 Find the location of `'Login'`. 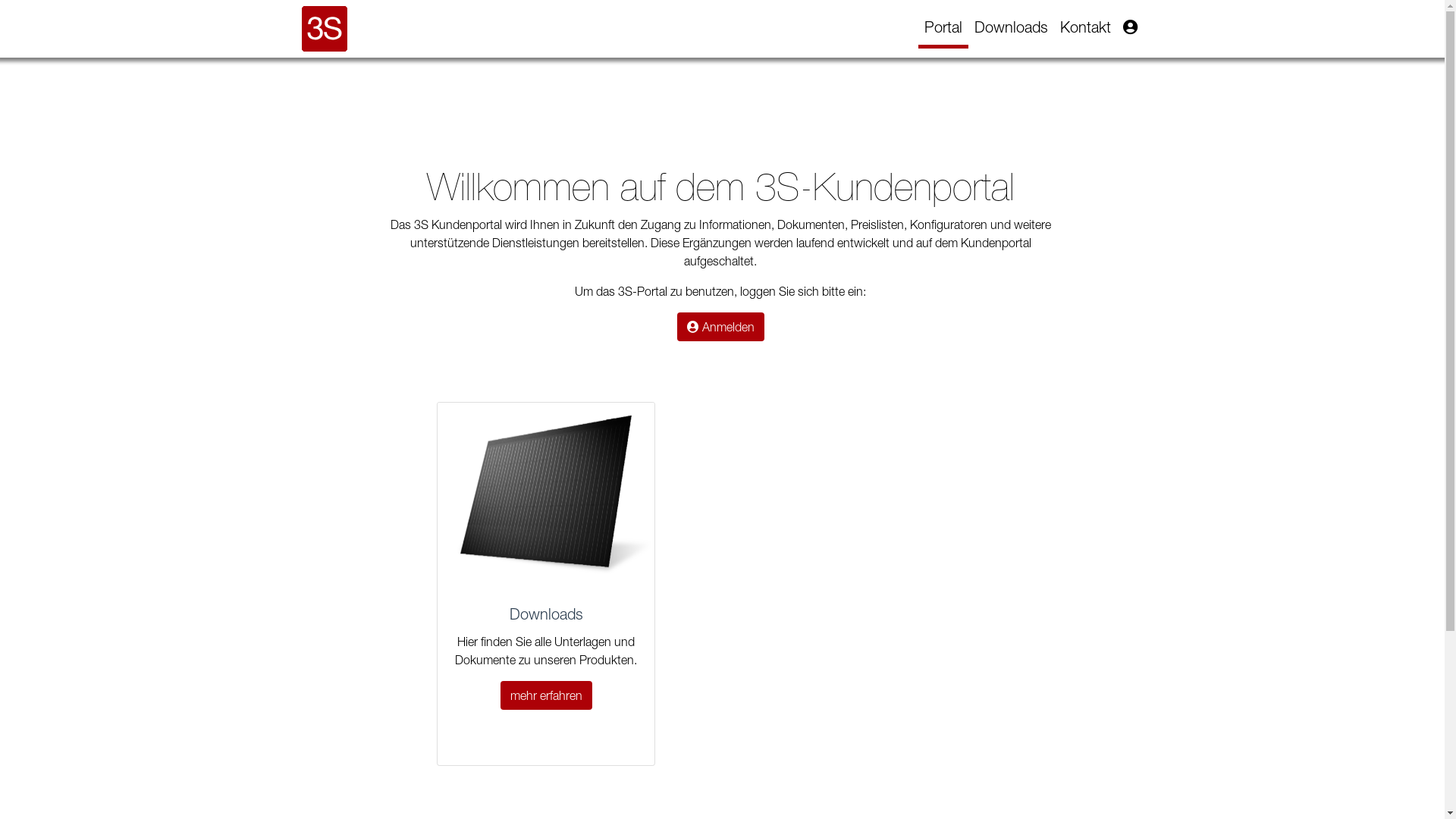

'Login' is located at coordinates (1129, 26).